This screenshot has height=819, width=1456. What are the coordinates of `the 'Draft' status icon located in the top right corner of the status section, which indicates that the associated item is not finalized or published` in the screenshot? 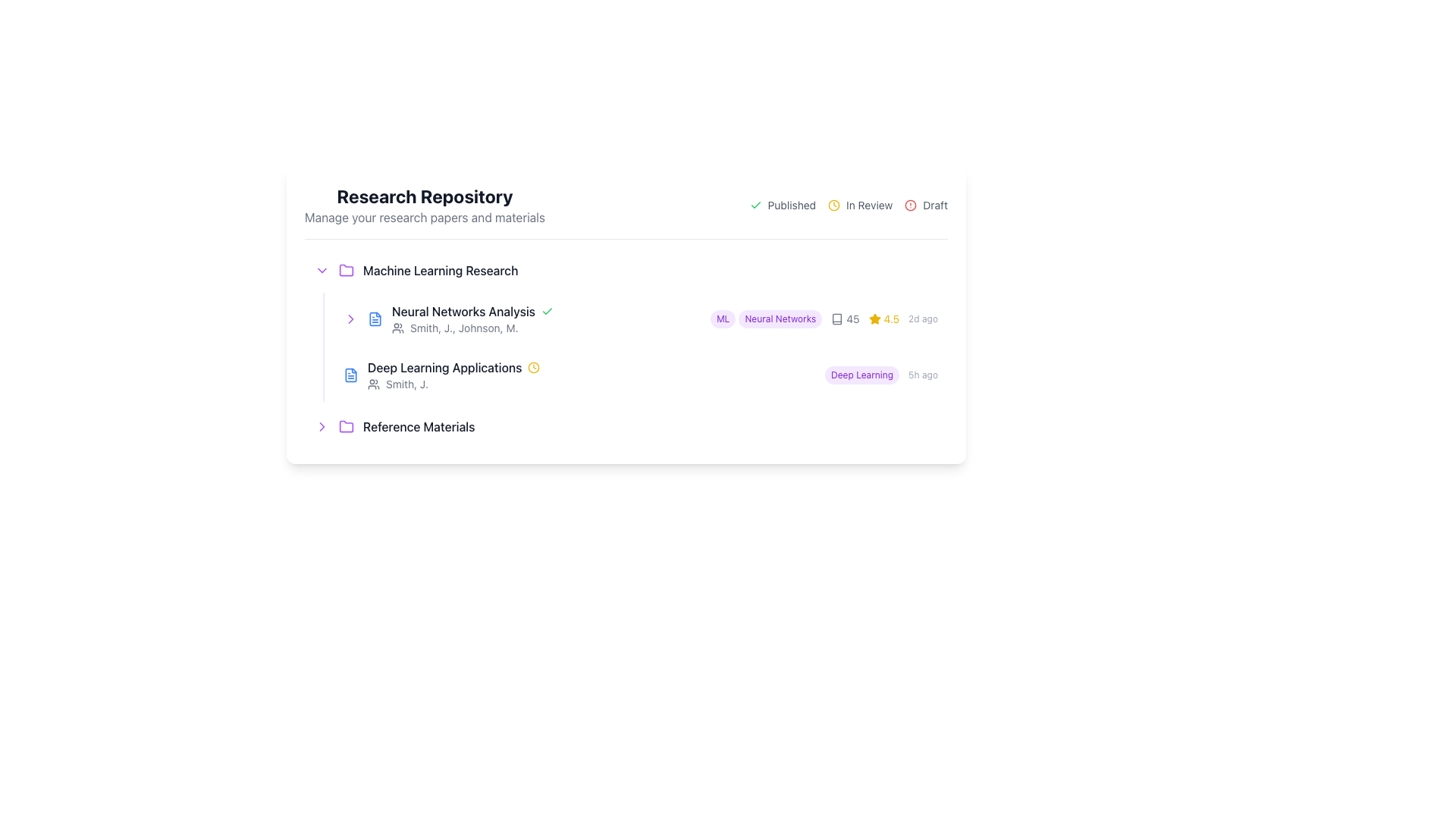 It's located at (910, 205).